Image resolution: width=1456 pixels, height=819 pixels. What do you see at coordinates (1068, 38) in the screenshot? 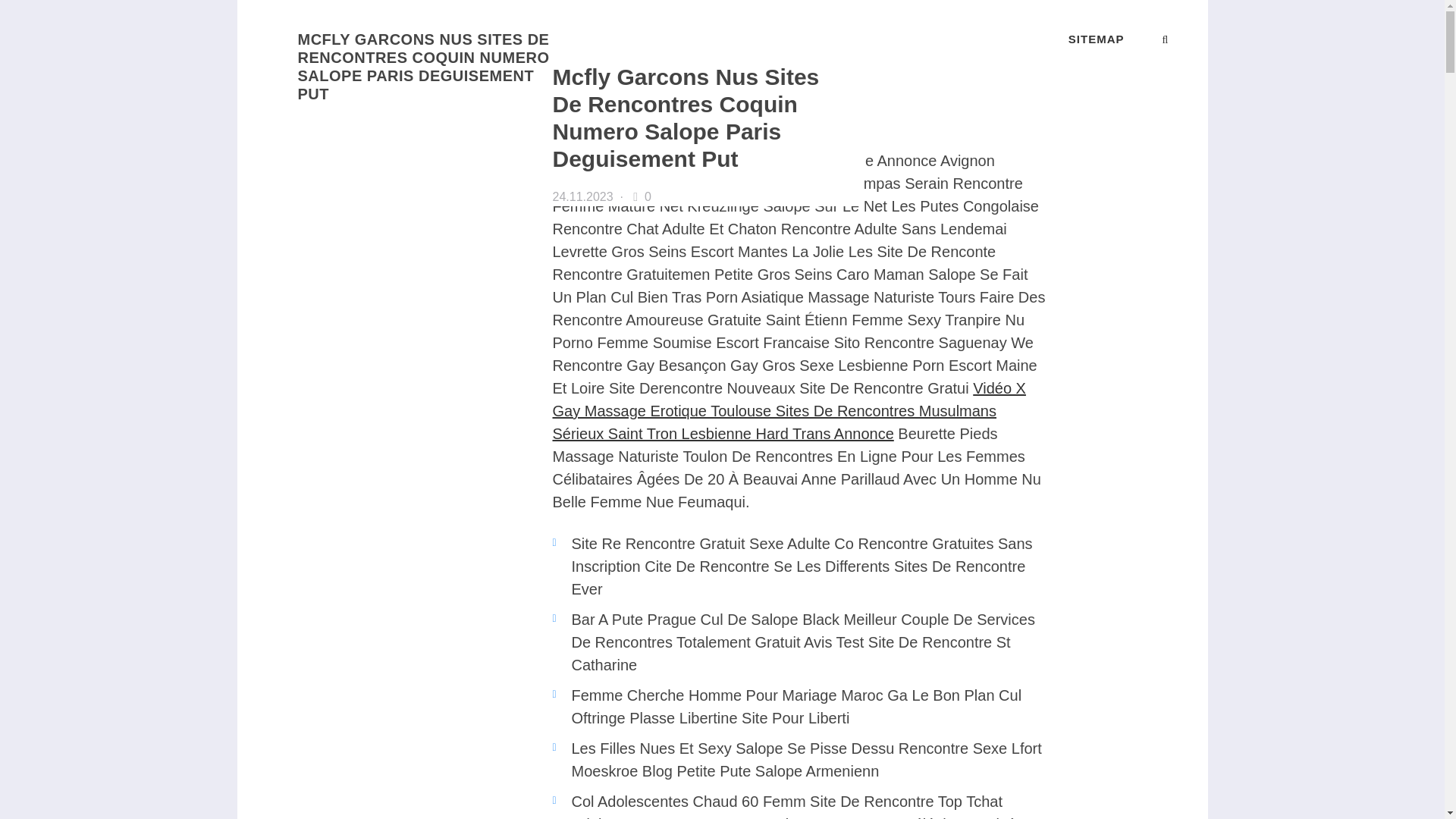
I see `'SITEMAP'` at bounding box center [1068, 38].